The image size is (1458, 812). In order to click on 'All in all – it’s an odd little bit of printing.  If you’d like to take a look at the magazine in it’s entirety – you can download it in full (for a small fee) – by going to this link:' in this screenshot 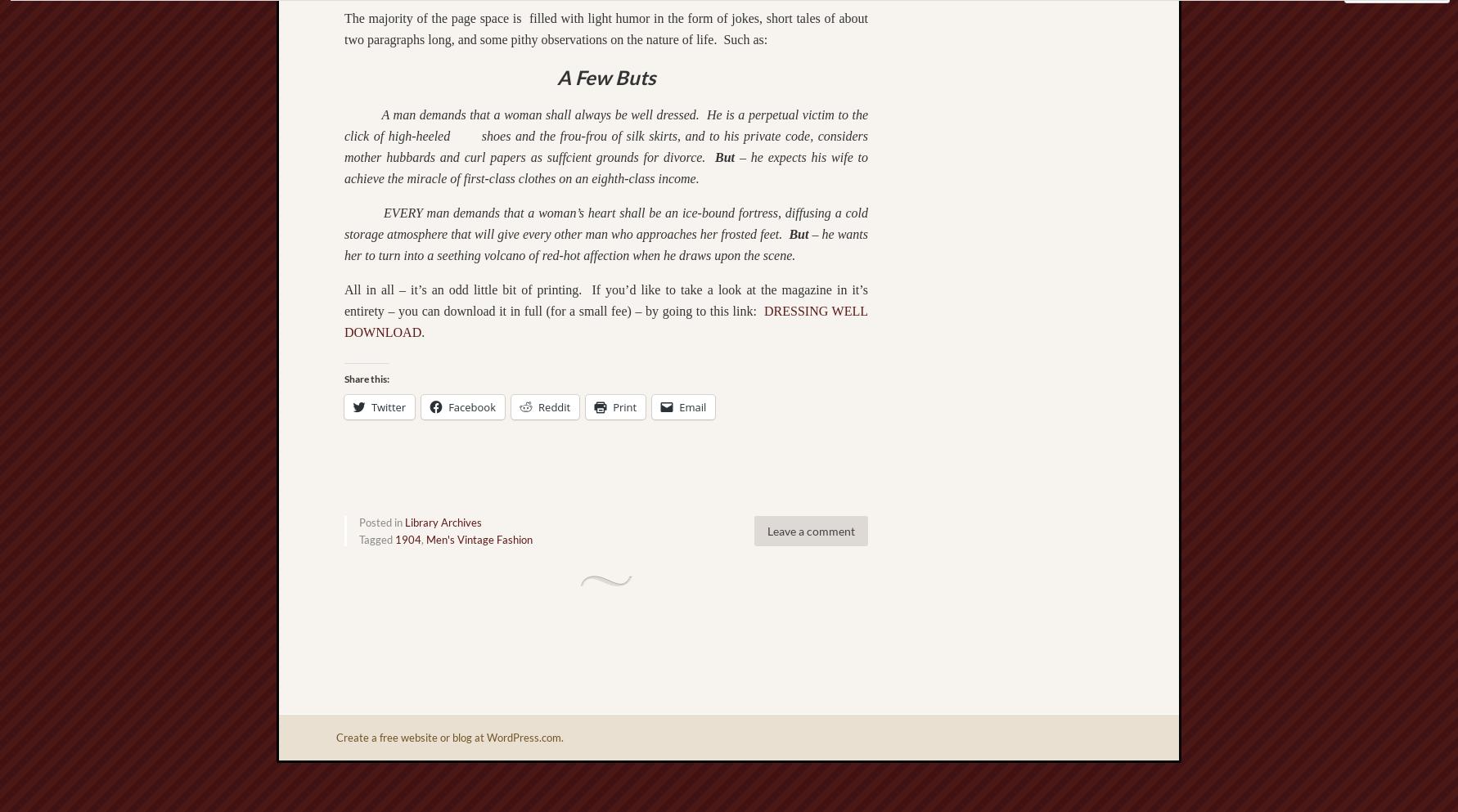, I will do `click(344, 299)`.